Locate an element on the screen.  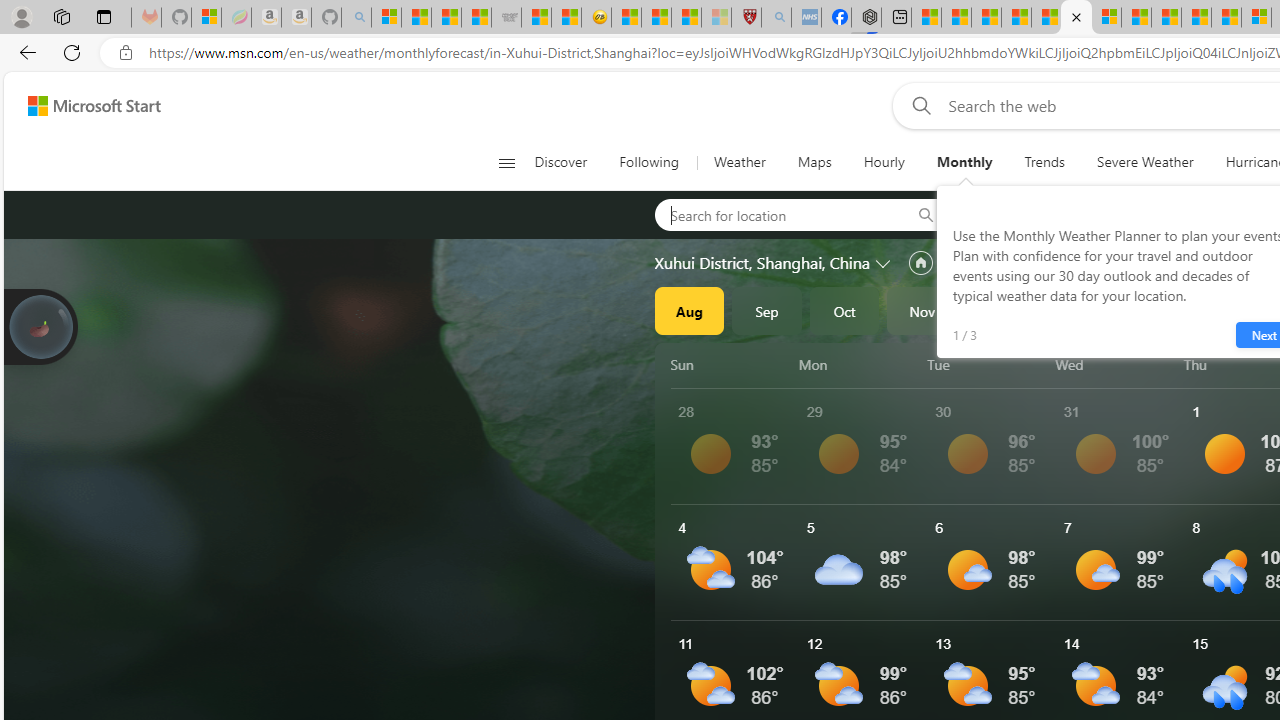
'Mar' is located at coordinates (1232, 311).